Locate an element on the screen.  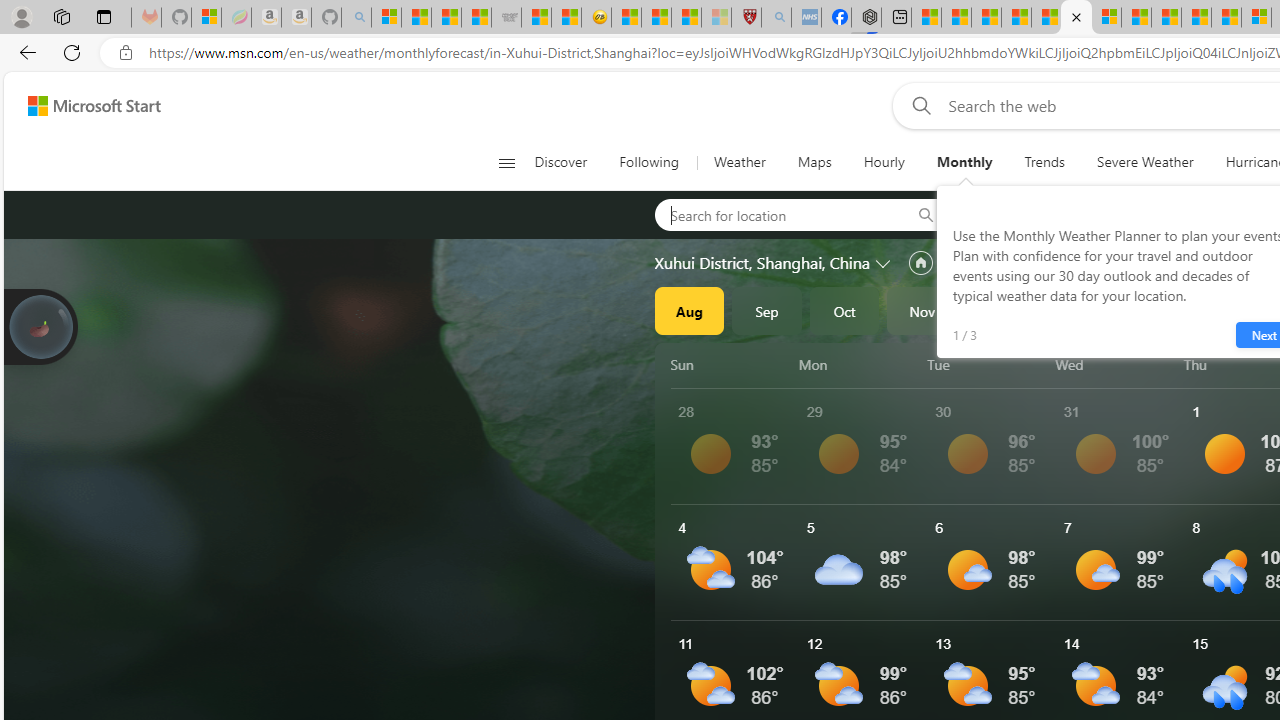
'Mar' is located at coordinates (1232, 311).